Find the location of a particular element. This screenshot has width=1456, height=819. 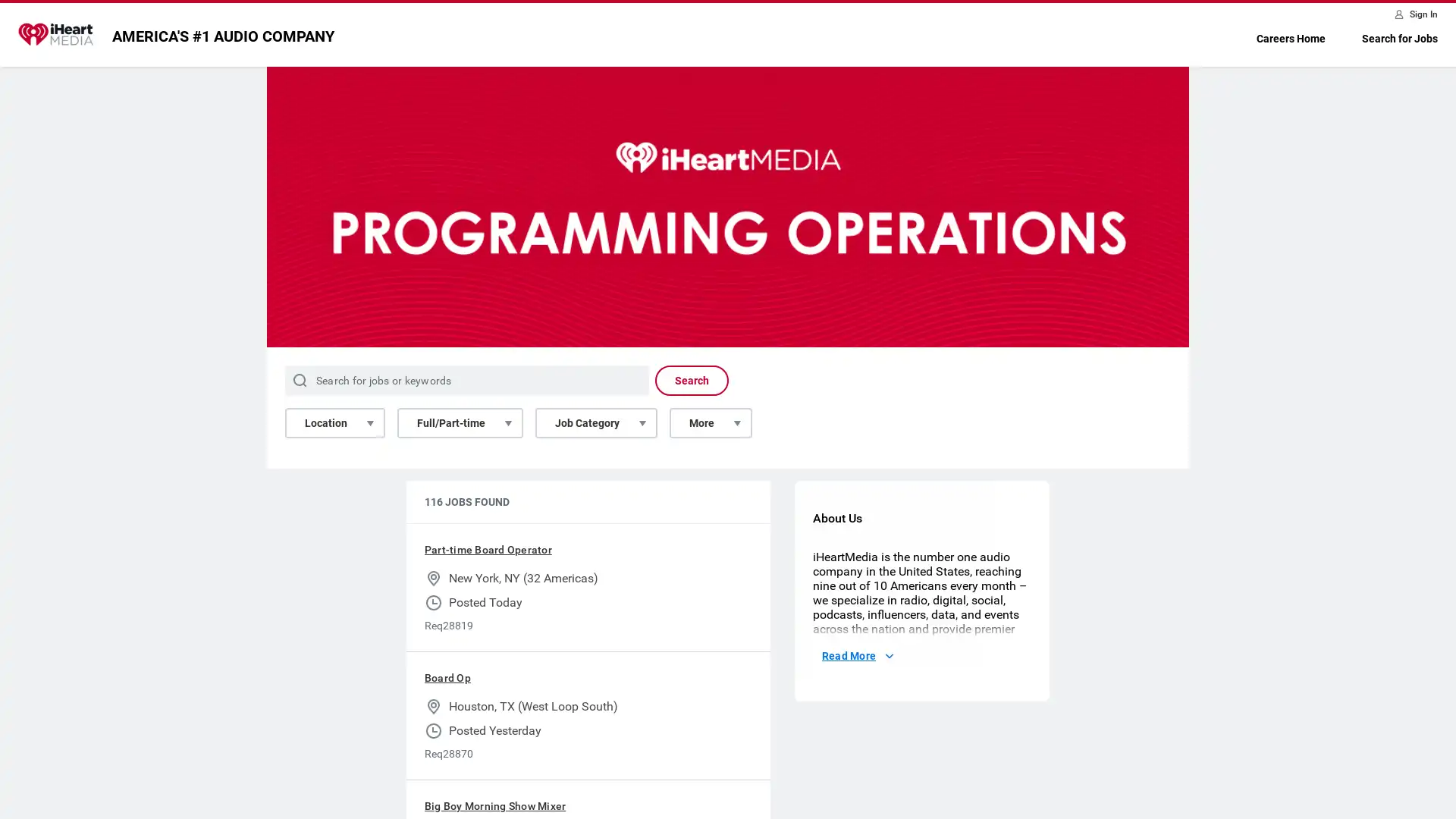

Read More About Us is located at coordinates (856, 769).